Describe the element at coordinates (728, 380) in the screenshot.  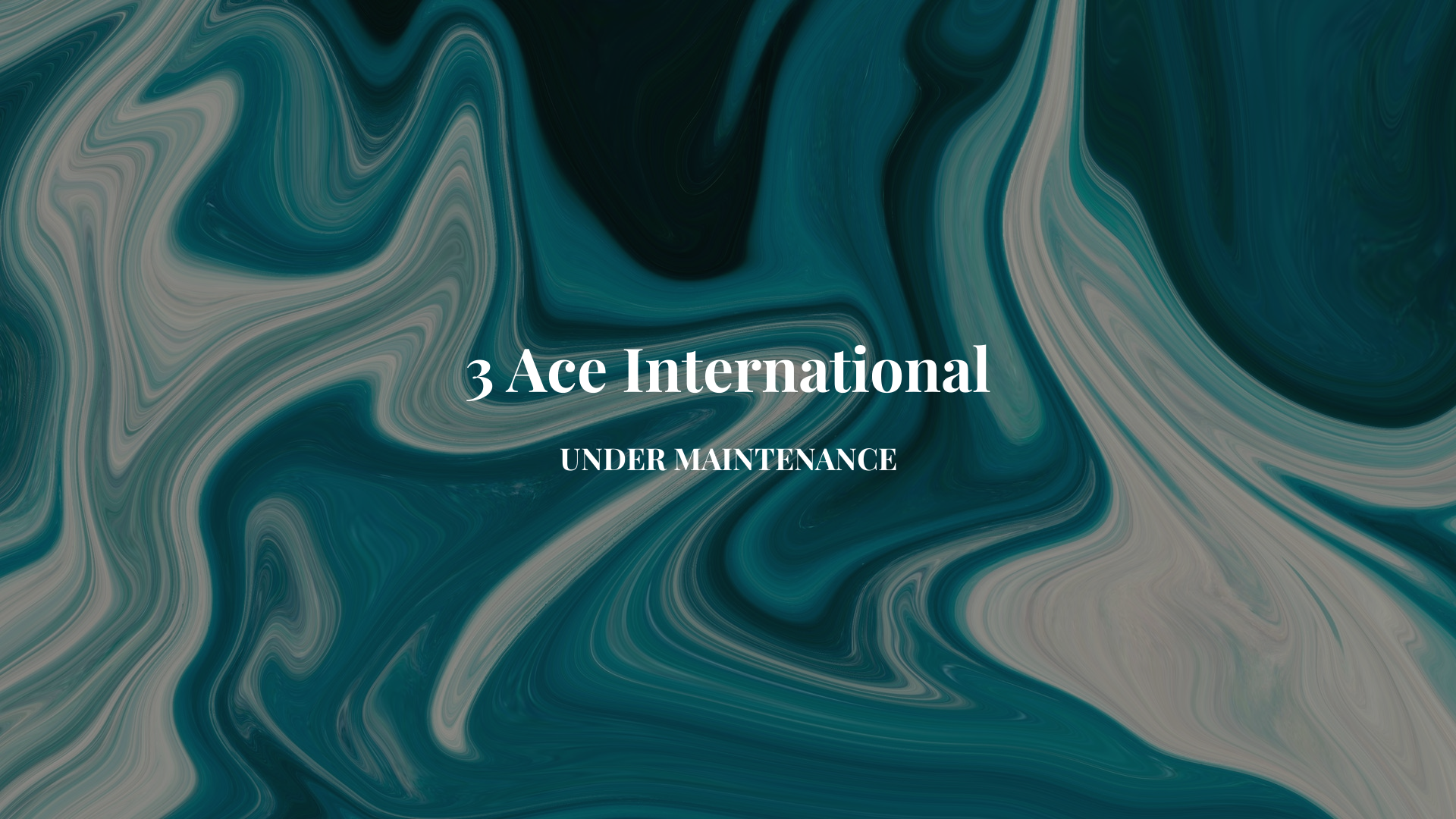
I see `'3 Ace International'` at that location.